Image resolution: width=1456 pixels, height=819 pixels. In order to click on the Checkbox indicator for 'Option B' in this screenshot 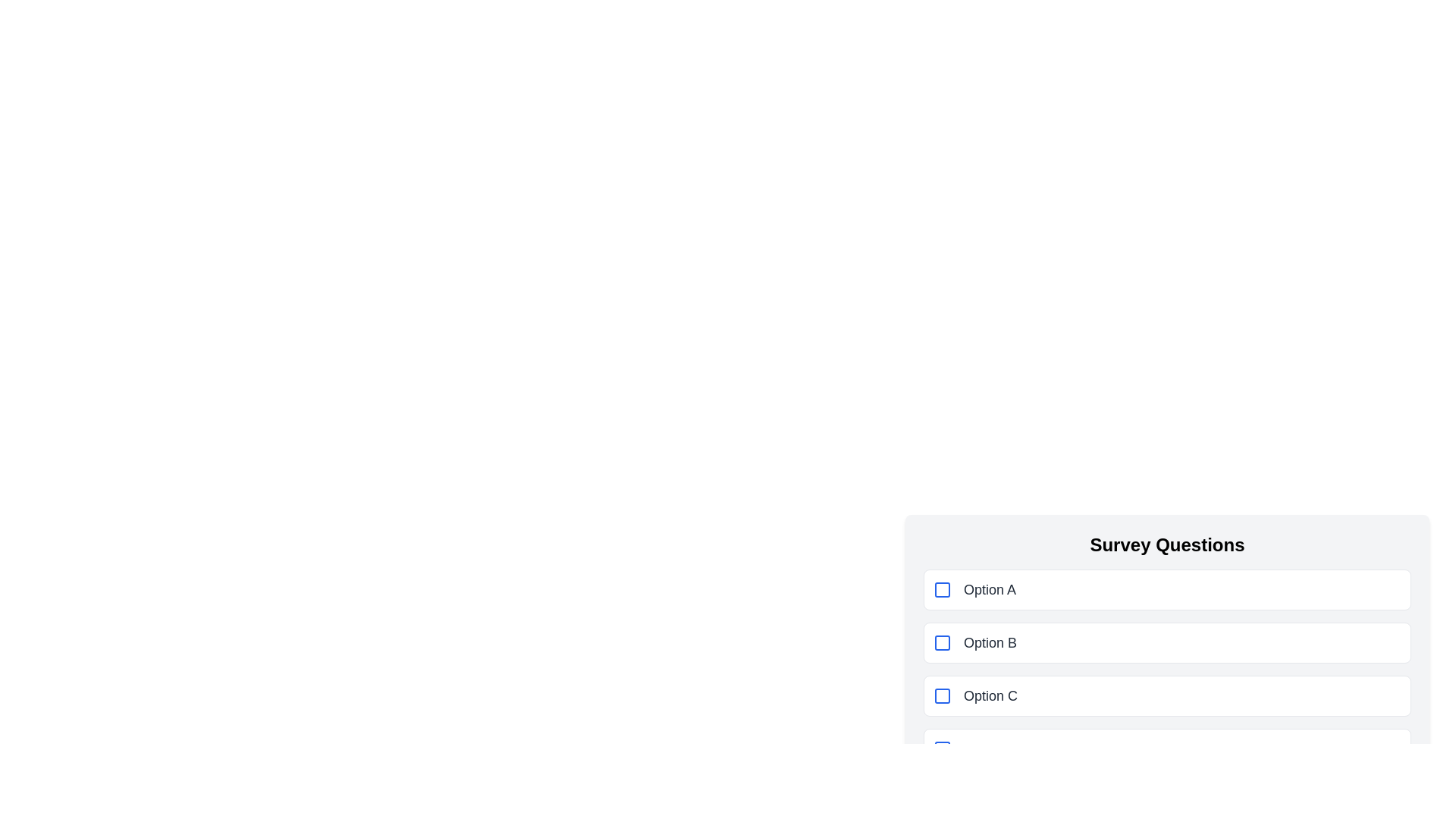, I will do `click(942, 643)`.